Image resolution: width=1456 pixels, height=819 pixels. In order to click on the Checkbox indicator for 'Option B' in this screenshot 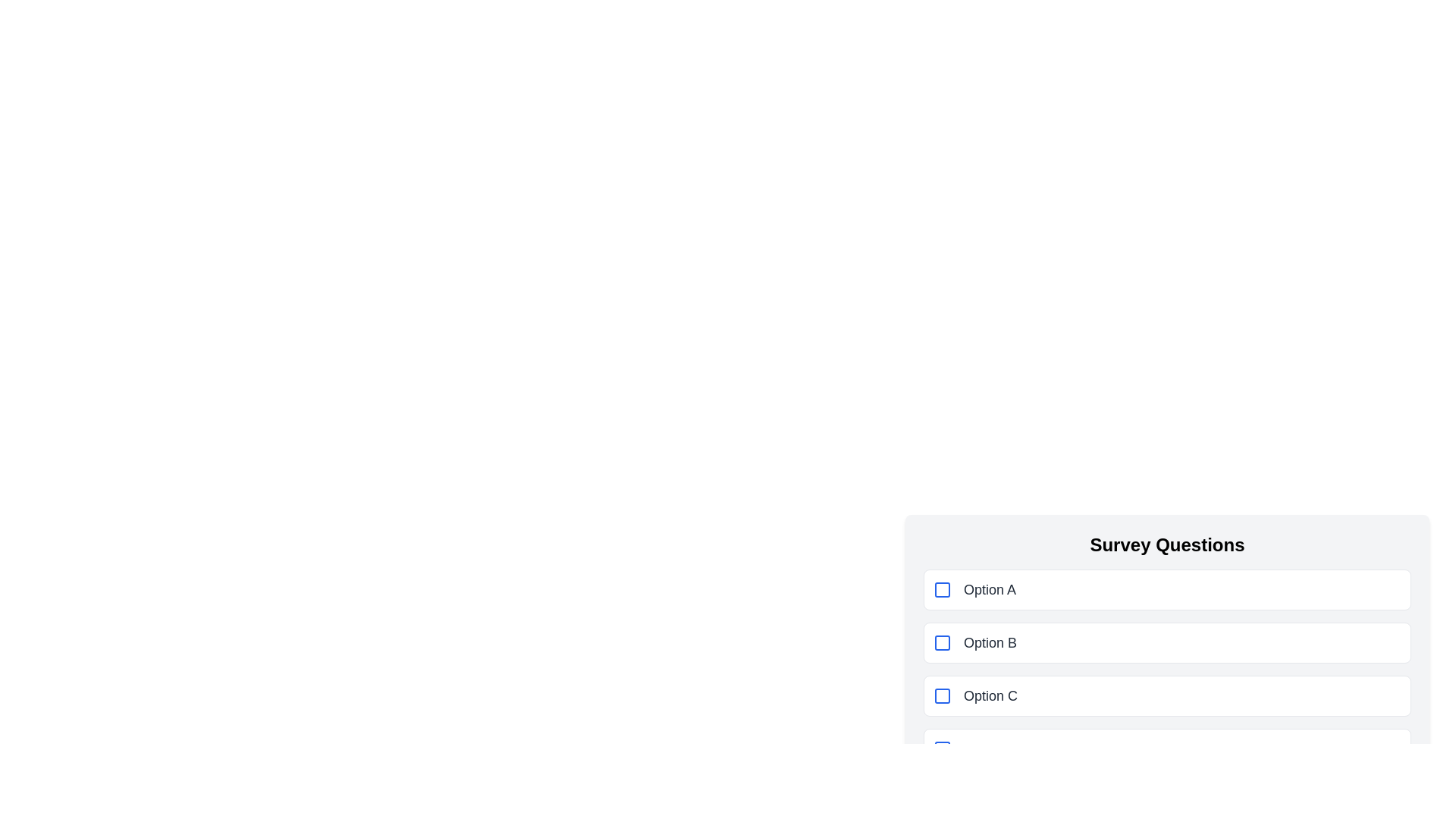, I will do `click(942, 643)`.